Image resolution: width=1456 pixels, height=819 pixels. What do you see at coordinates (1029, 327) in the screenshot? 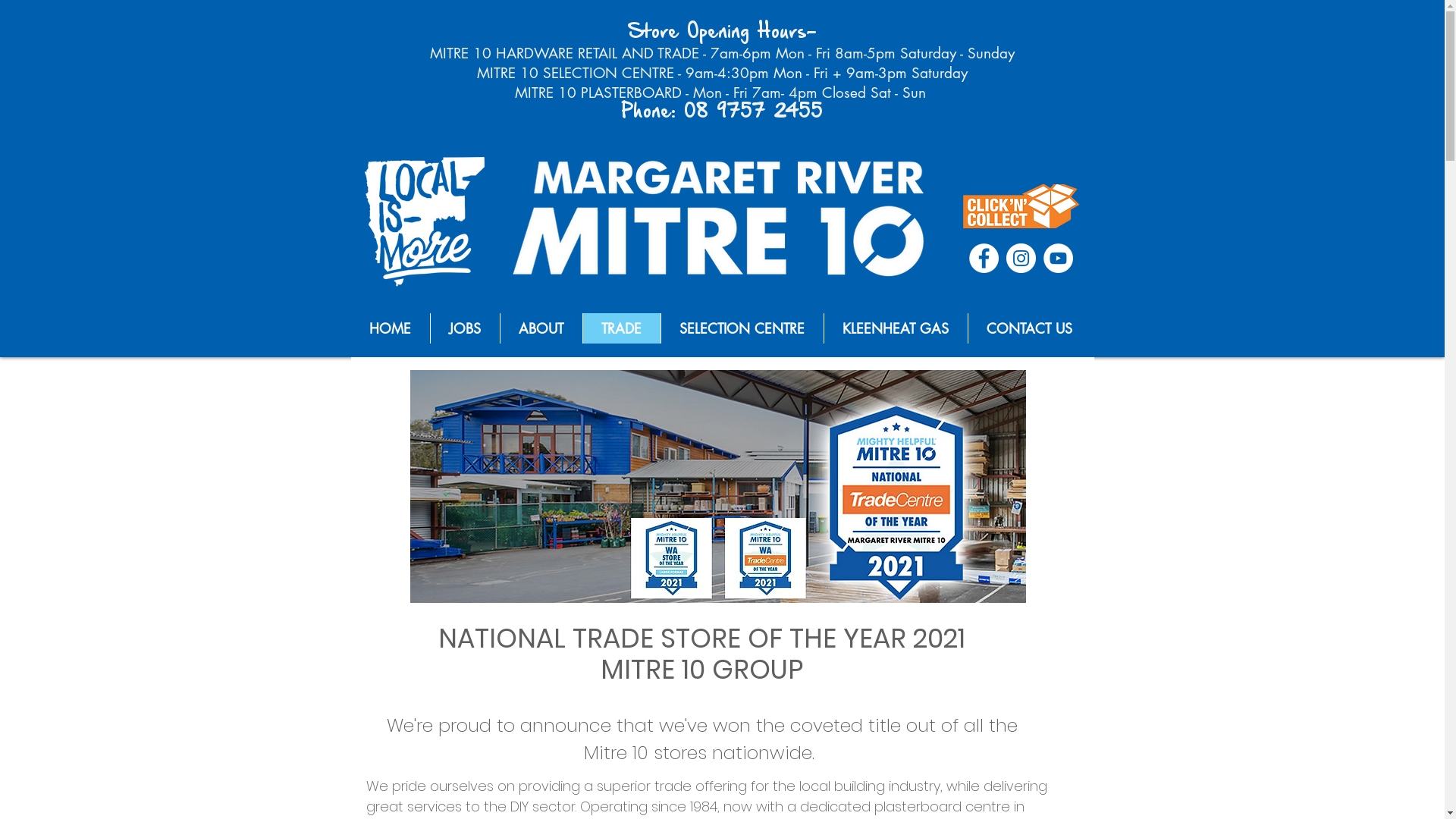
I see `'CONTACT US'` at bounding box center [1029, 327].